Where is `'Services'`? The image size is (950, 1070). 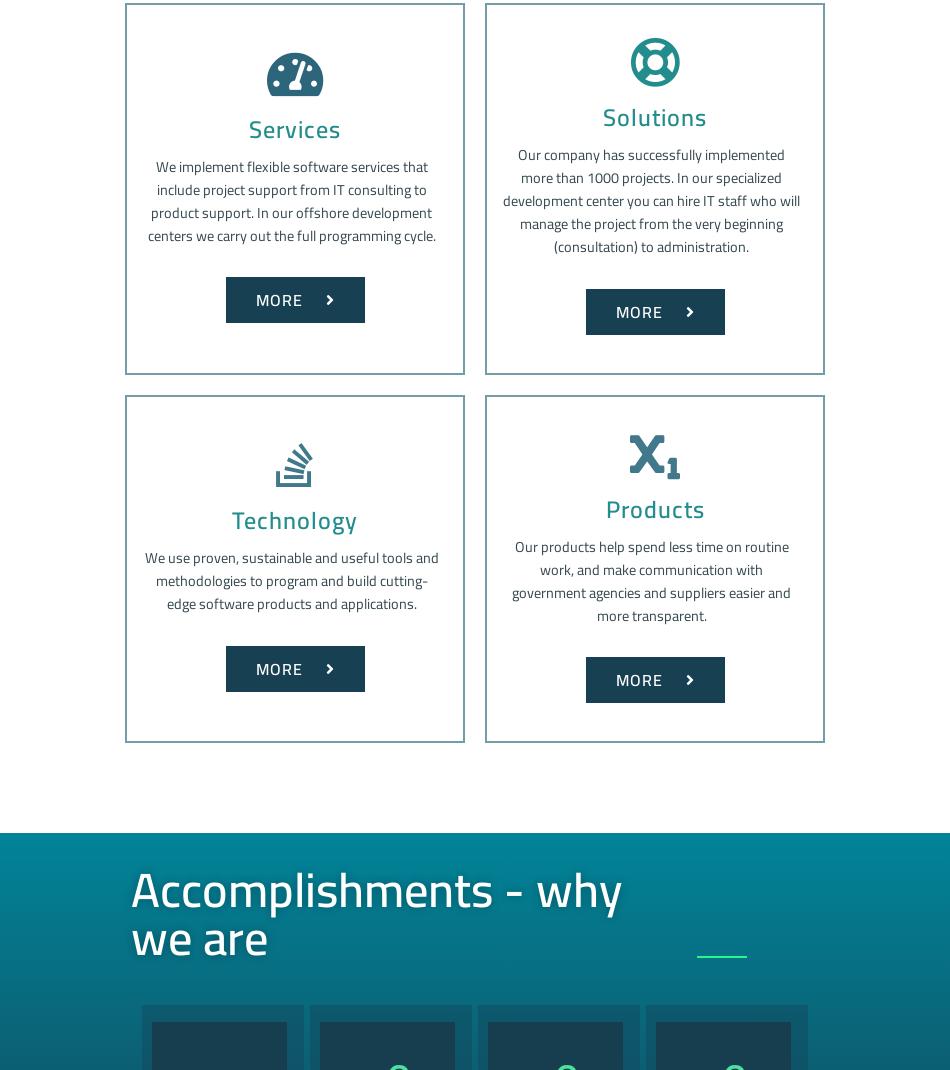 'Services' is located at coordinates (293, 128).